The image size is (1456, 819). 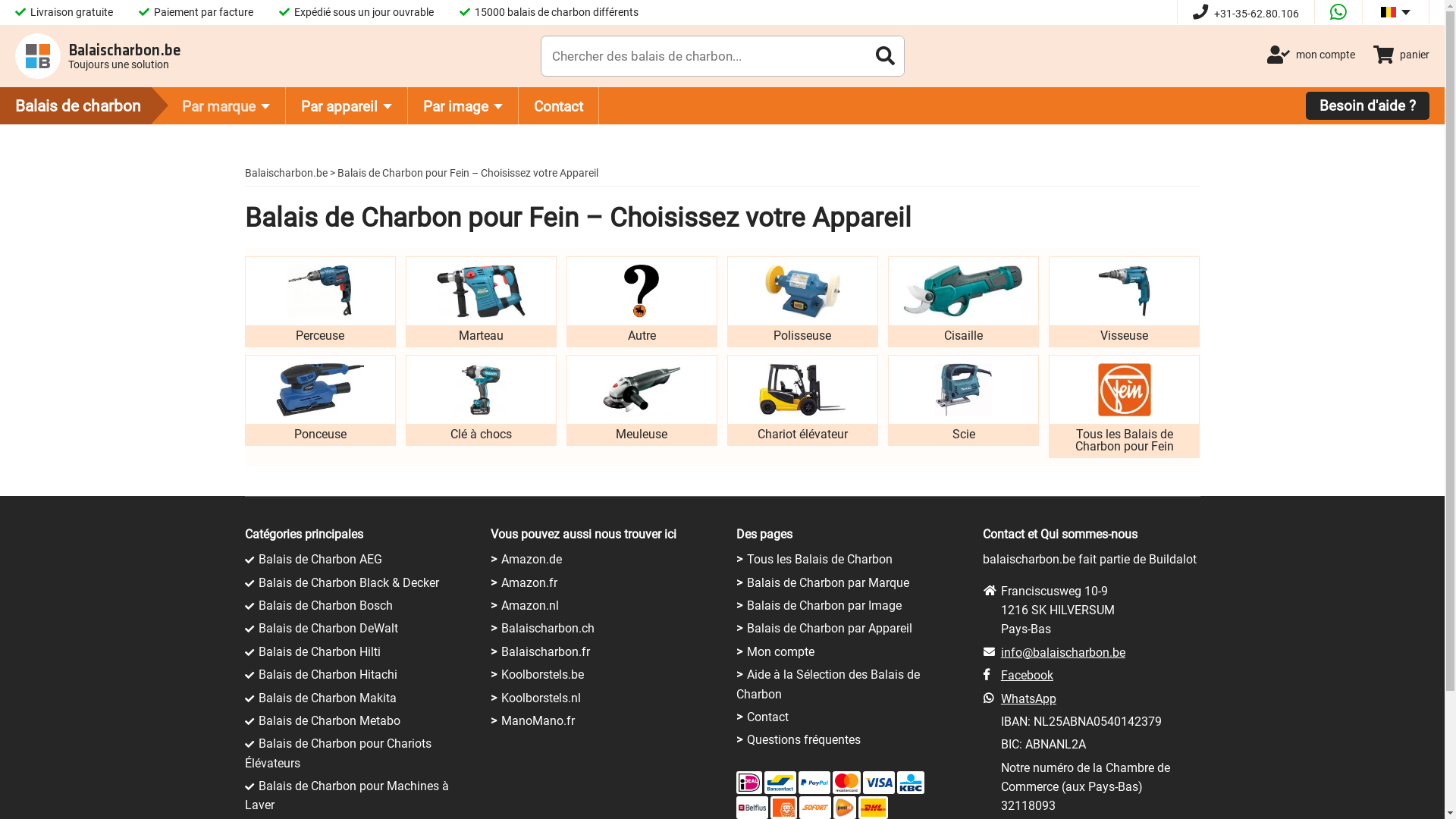 I want to click on 'Scie', so click(x=888, y=400).